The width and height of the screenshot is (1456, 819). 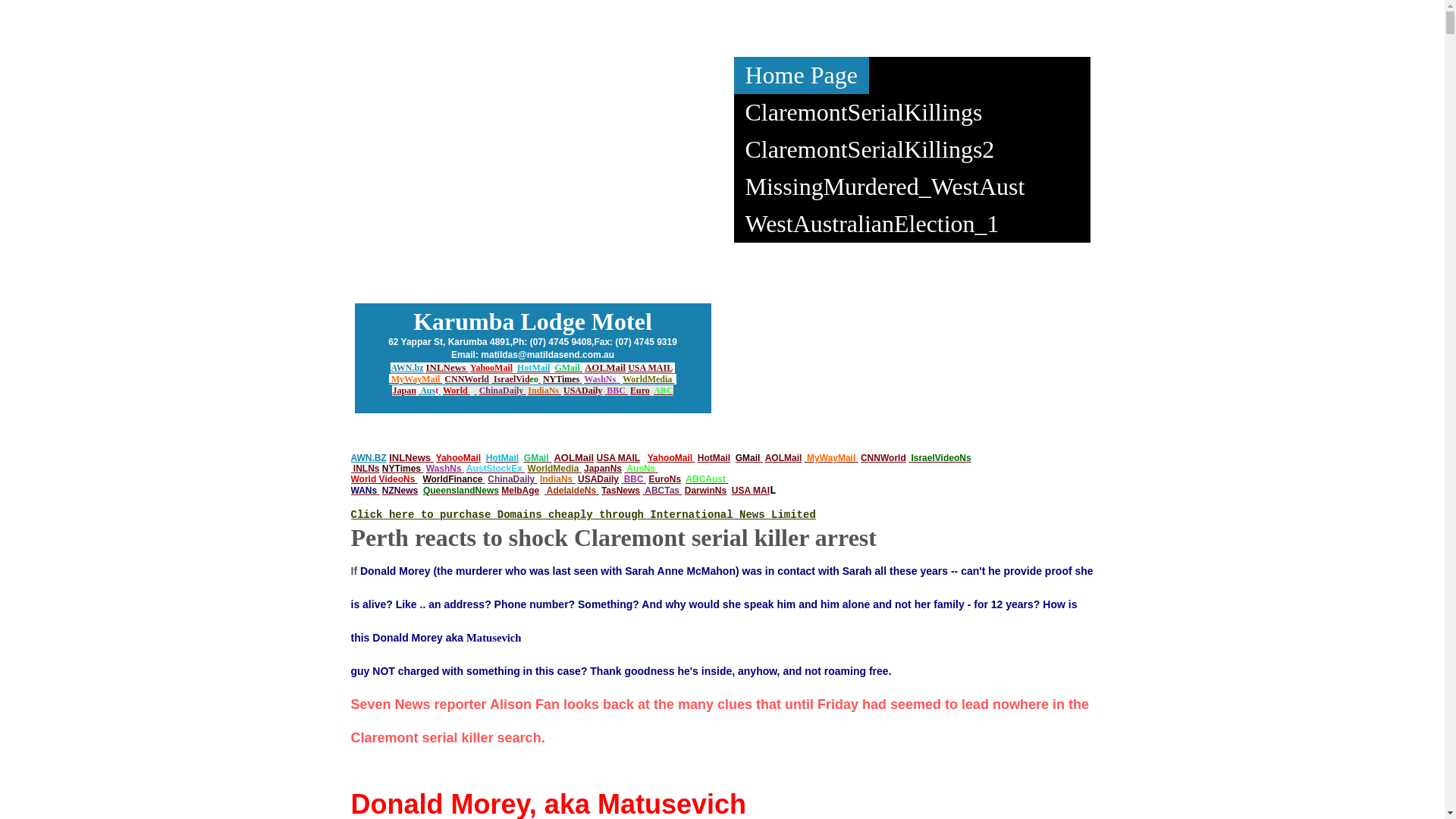 I want to click on ' ', so click(x=578, y=378).